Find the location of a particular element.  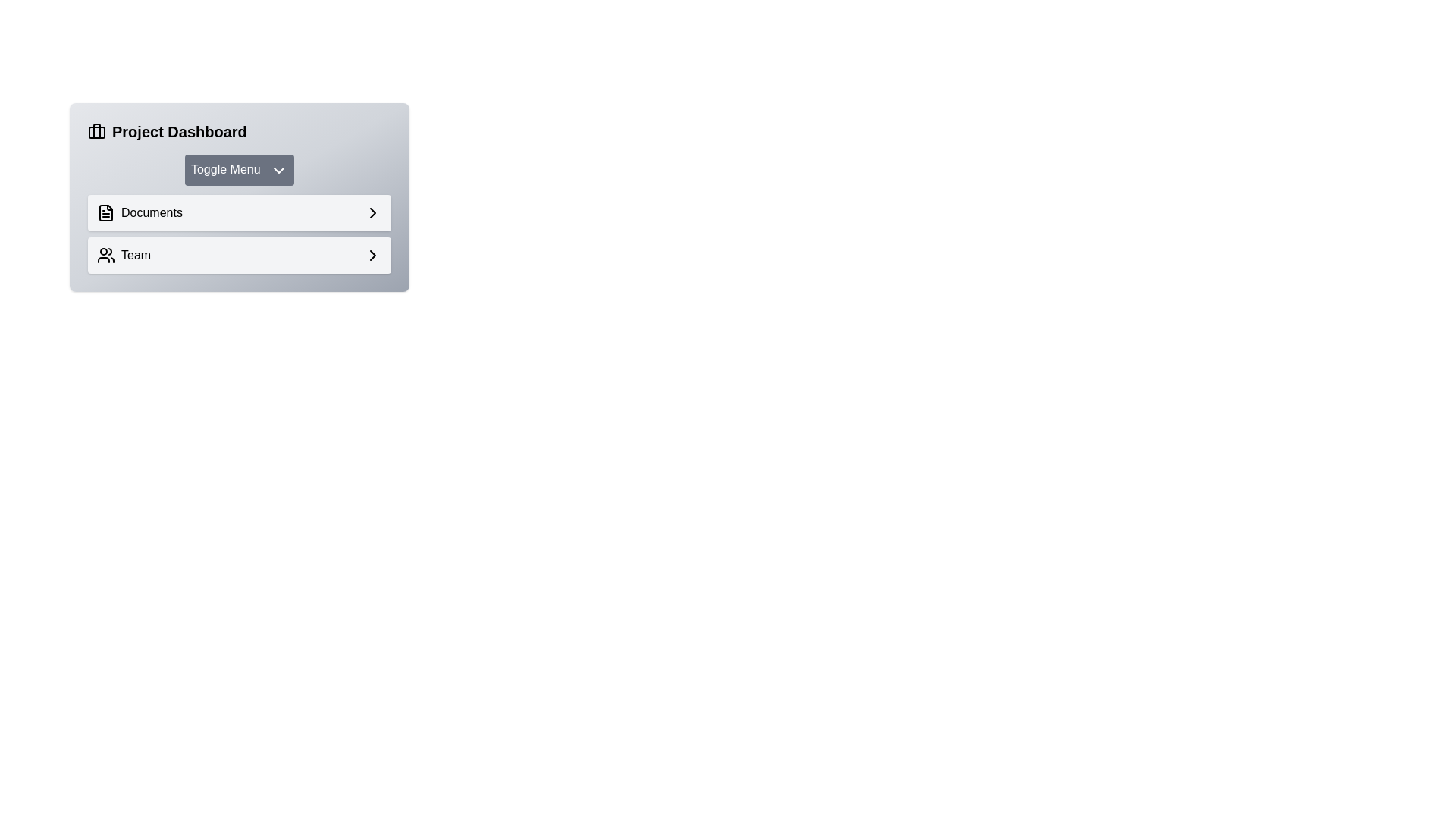

the 'Team' menu item, which is styled with a clear typeface and located below the 'Documents' item in the 'Project Dashboard' card is located at coordinates (124, 254).